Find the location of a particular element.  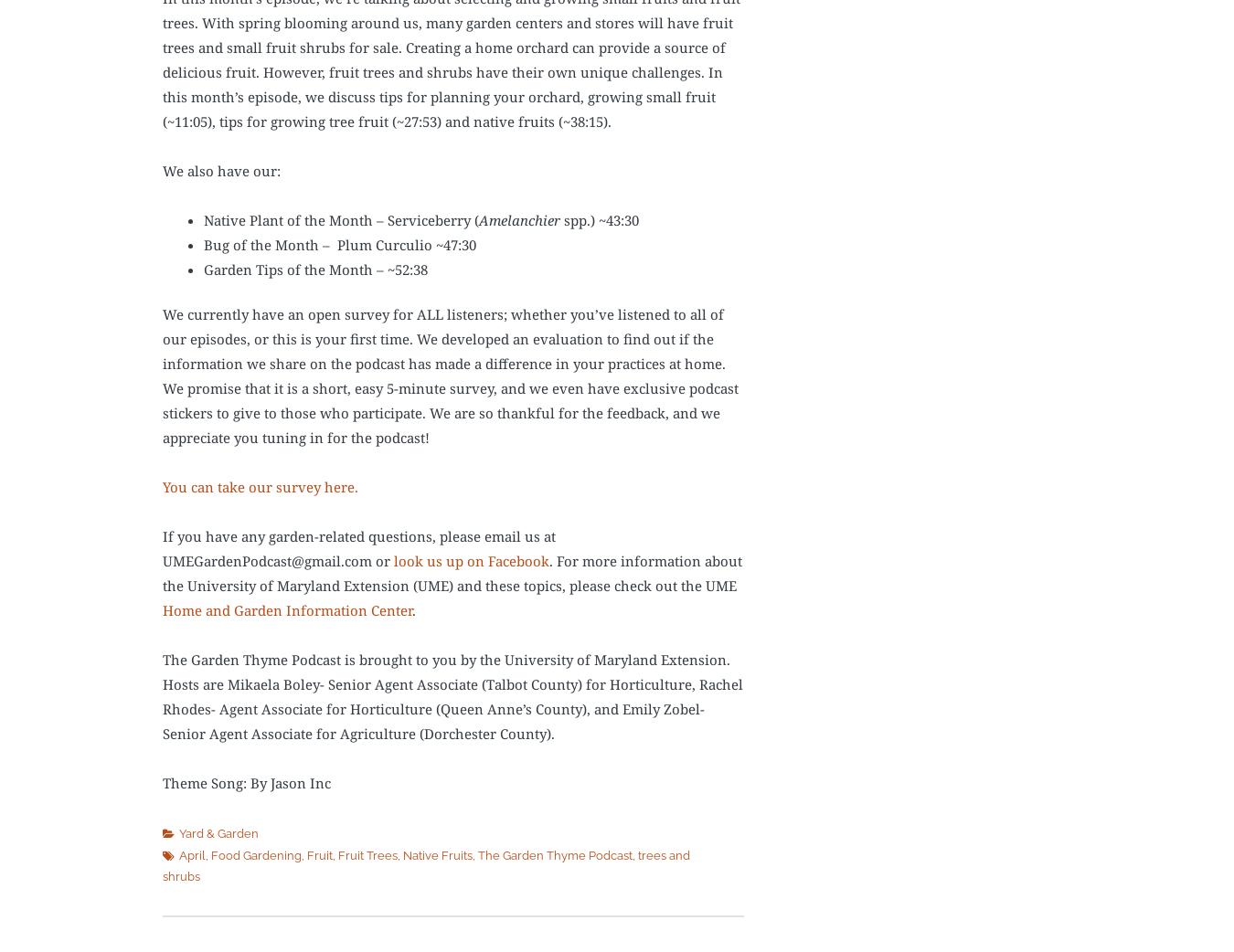

'You can take our survey here.' is located at coordinates (259, 485).